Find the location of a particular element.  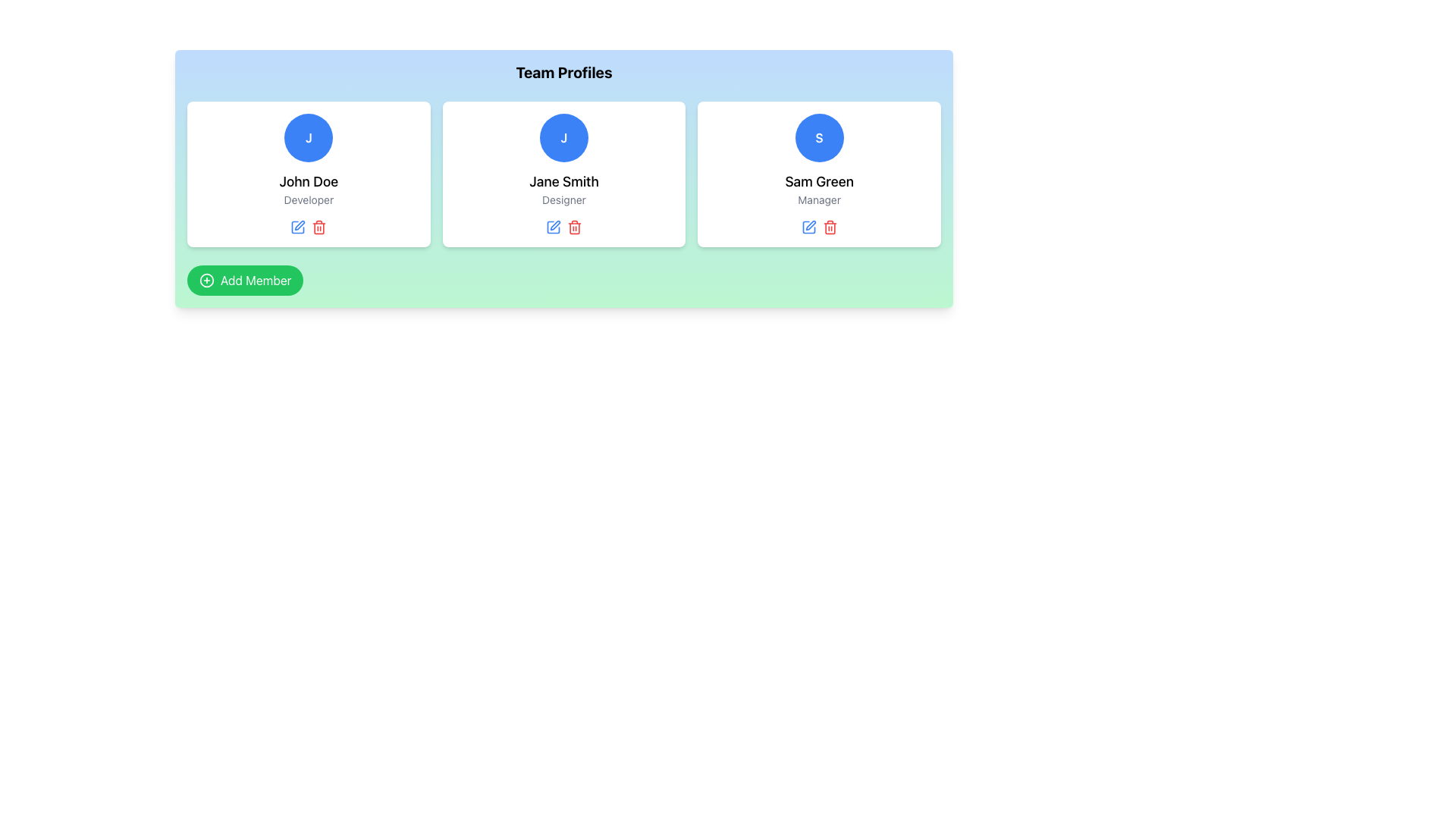

the Text Label displaying the name of the individual in the third profile card, located below the 'S' icon and above the 'Manager' text is located at coordinates (818, 180).